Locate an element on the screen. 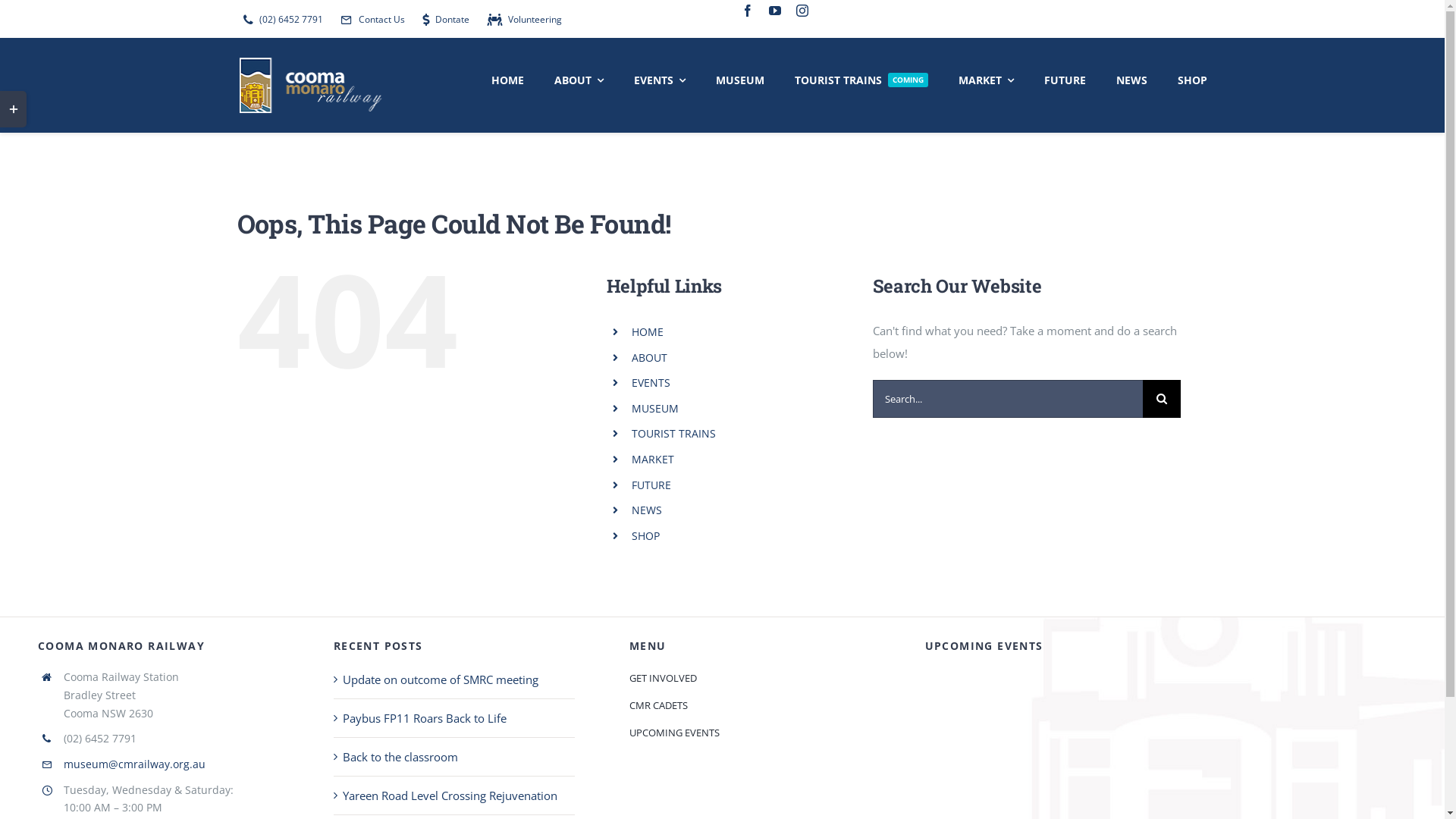 The image size is (1456, 819). 'TOURIST TRAINS is located at coordinates (861, 78).